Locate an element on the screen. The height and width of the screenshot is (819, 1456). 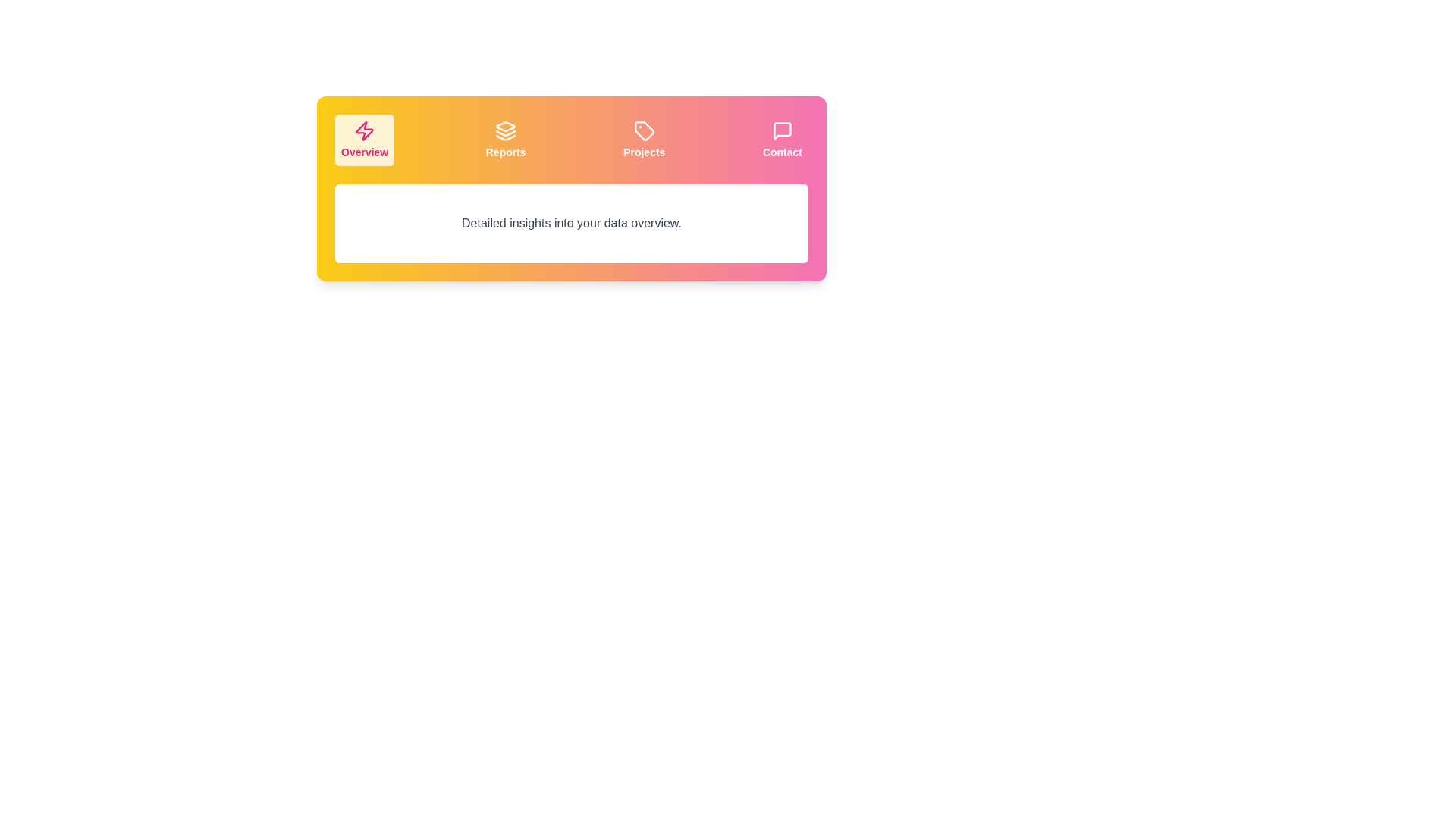
the pink zigzag lightning-like icon located within a yellow rectangular background in the top-left corner of the gradient bar, positioned above the 'Overview' label is located at coordinates (365, 130).